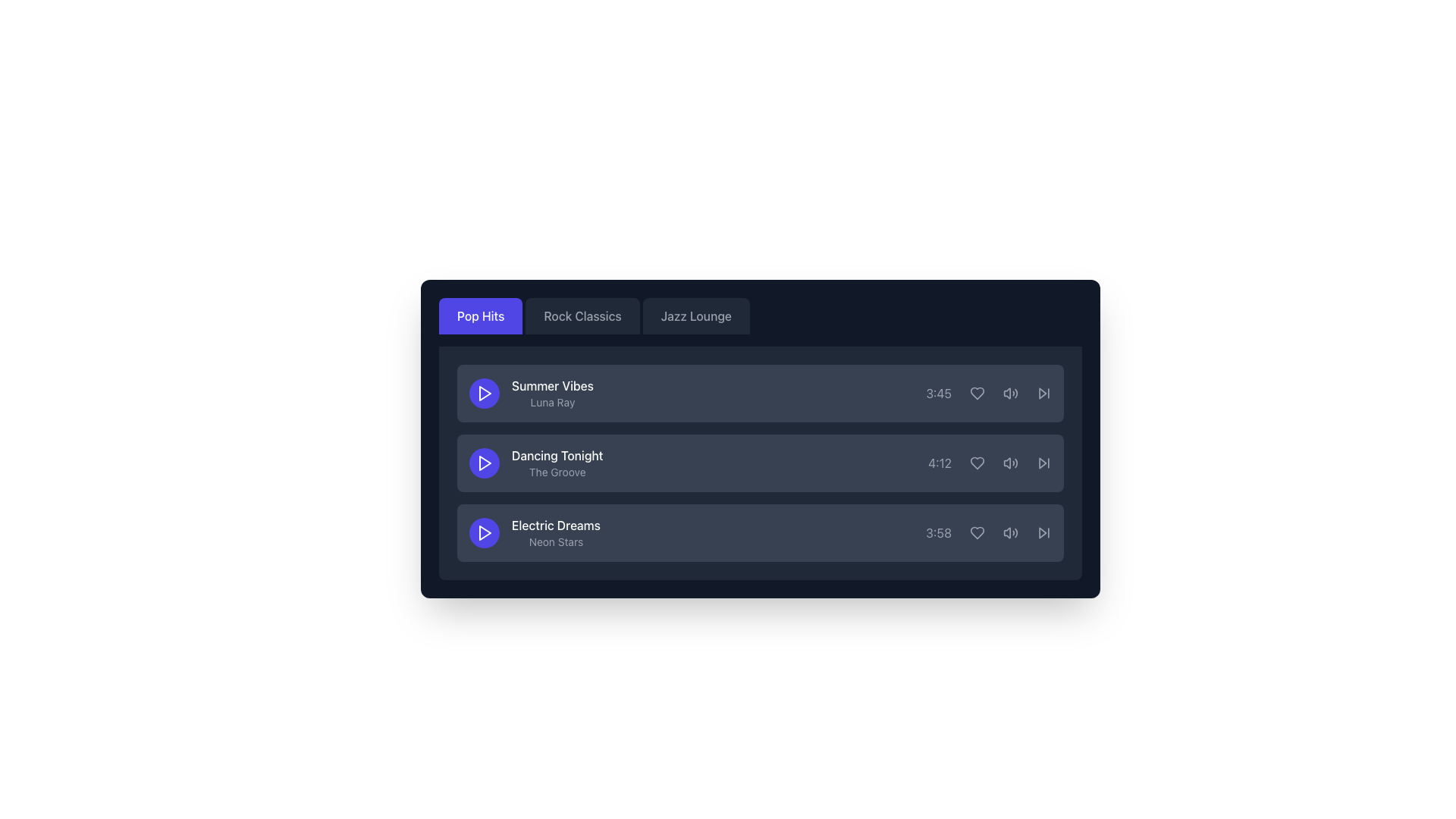 Image resolution: width=1456 pixels, height=819 pixels. Describe the element at coordinates (938, 393) in the screenshot. I see `the label displaying the time duration '3:45', which is styled in gray and located in the right section of the first row, aligned to the right of the title 'Summer Vibes - Luna Ray'` at that location.